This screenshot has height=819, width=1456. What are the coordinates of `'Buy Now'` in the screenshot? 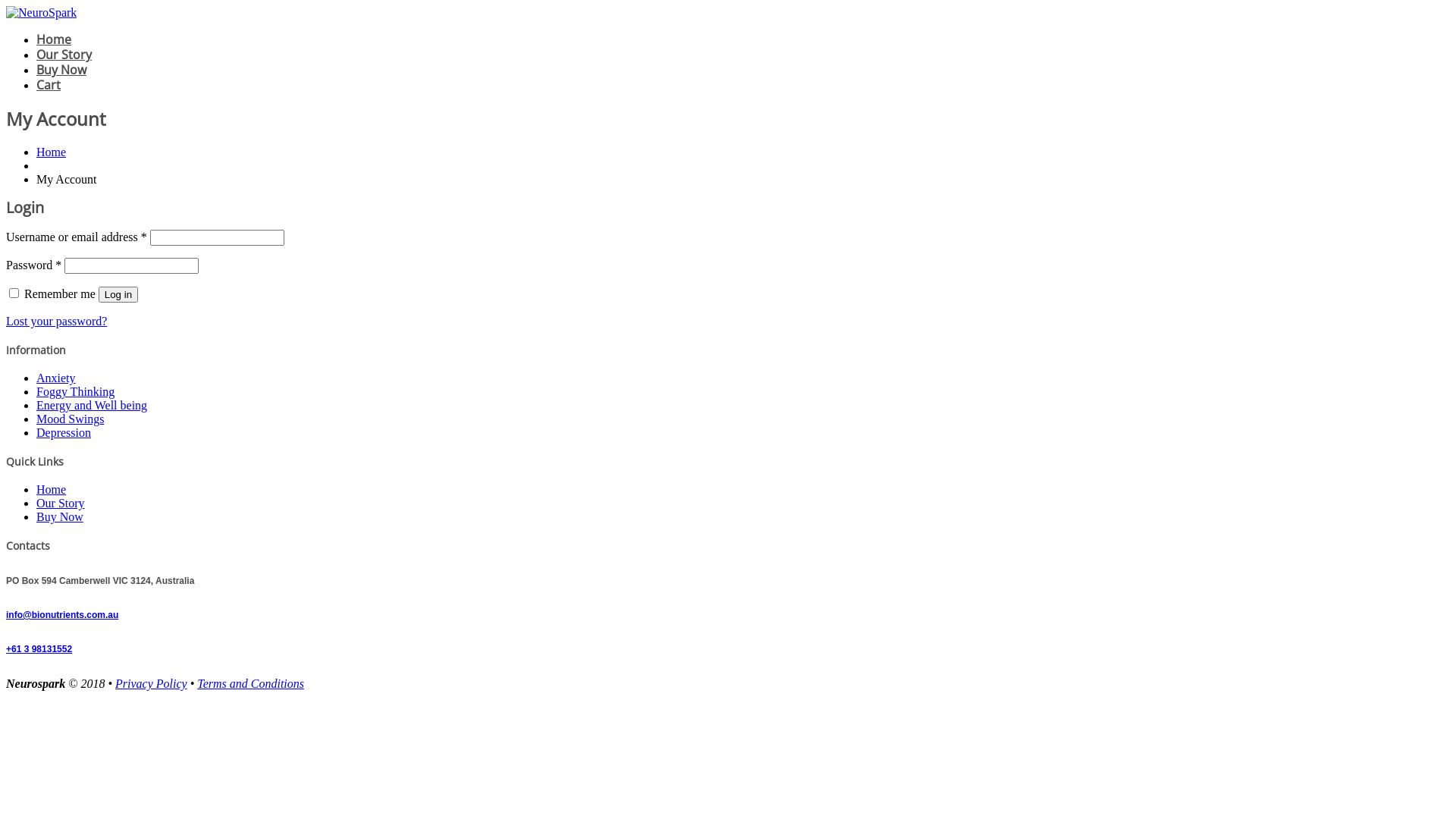 It's located at (59, 516).